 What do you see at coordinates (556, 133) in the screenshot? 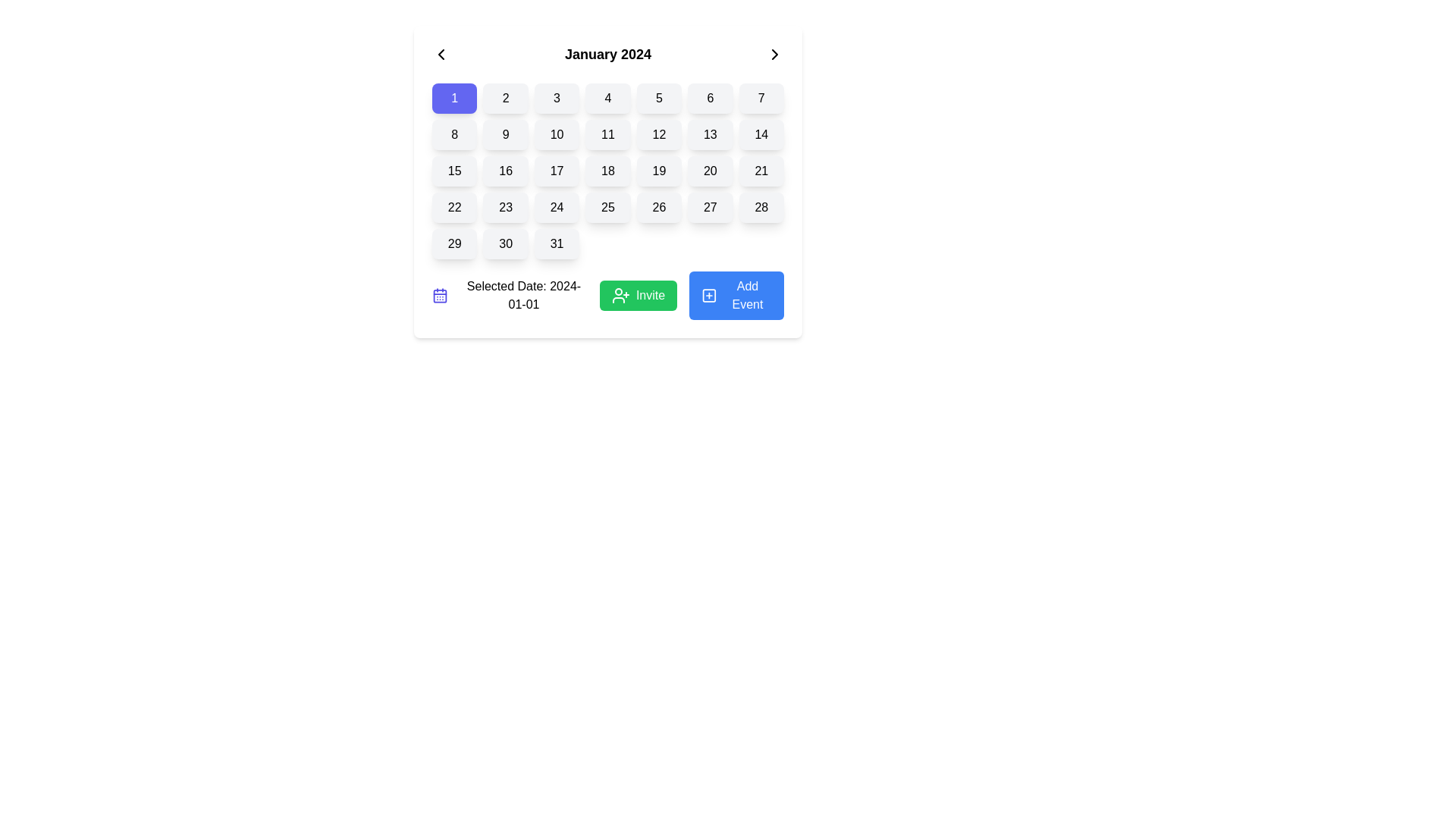
I see `the rectangular button with a white background displaying the number '10' in bold black font` at bounding box center [556, 133].